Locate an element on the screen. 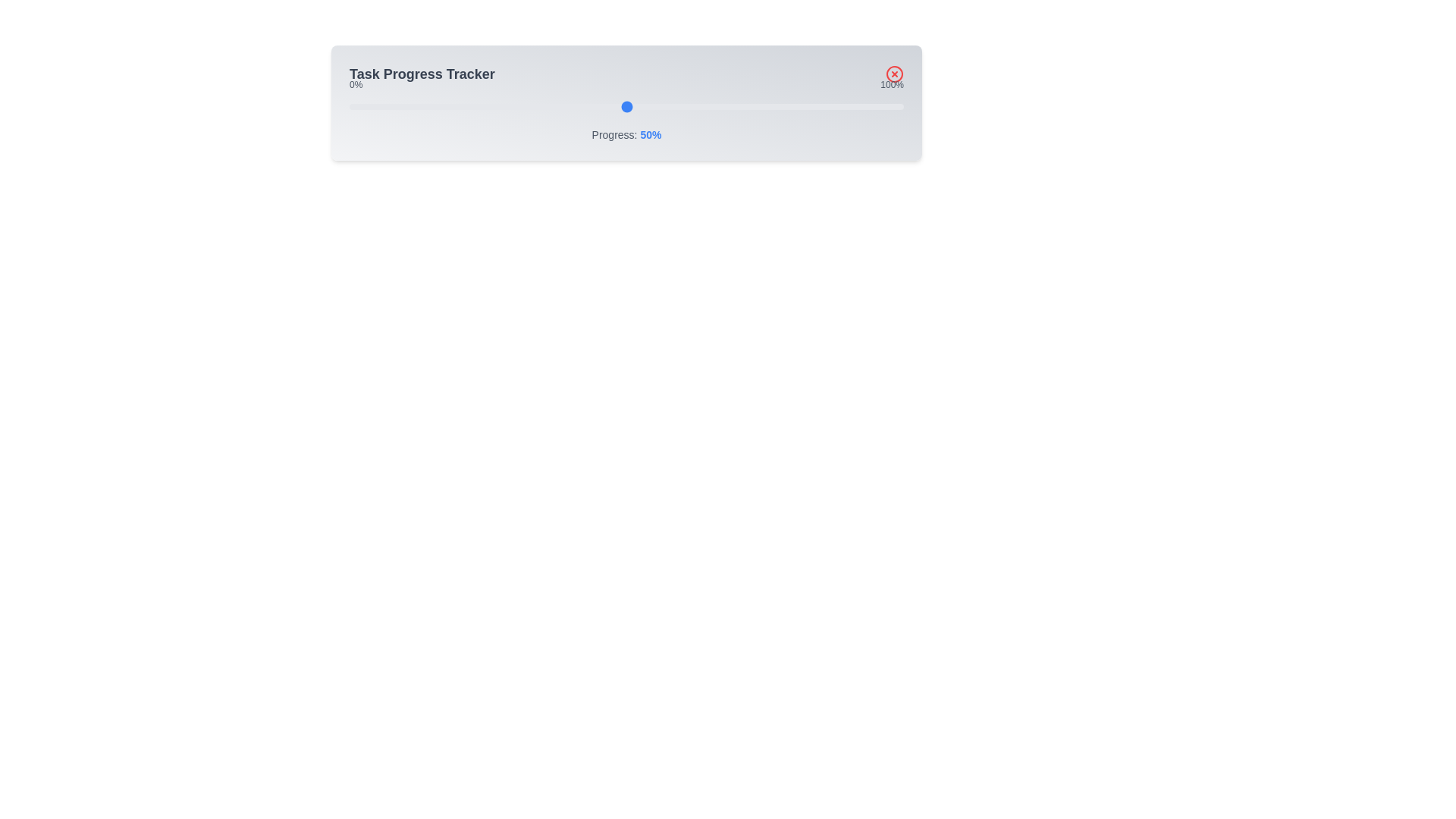 The width and height of the screenshot is (1456, 819). the progress is located at coordinates (770, 106).